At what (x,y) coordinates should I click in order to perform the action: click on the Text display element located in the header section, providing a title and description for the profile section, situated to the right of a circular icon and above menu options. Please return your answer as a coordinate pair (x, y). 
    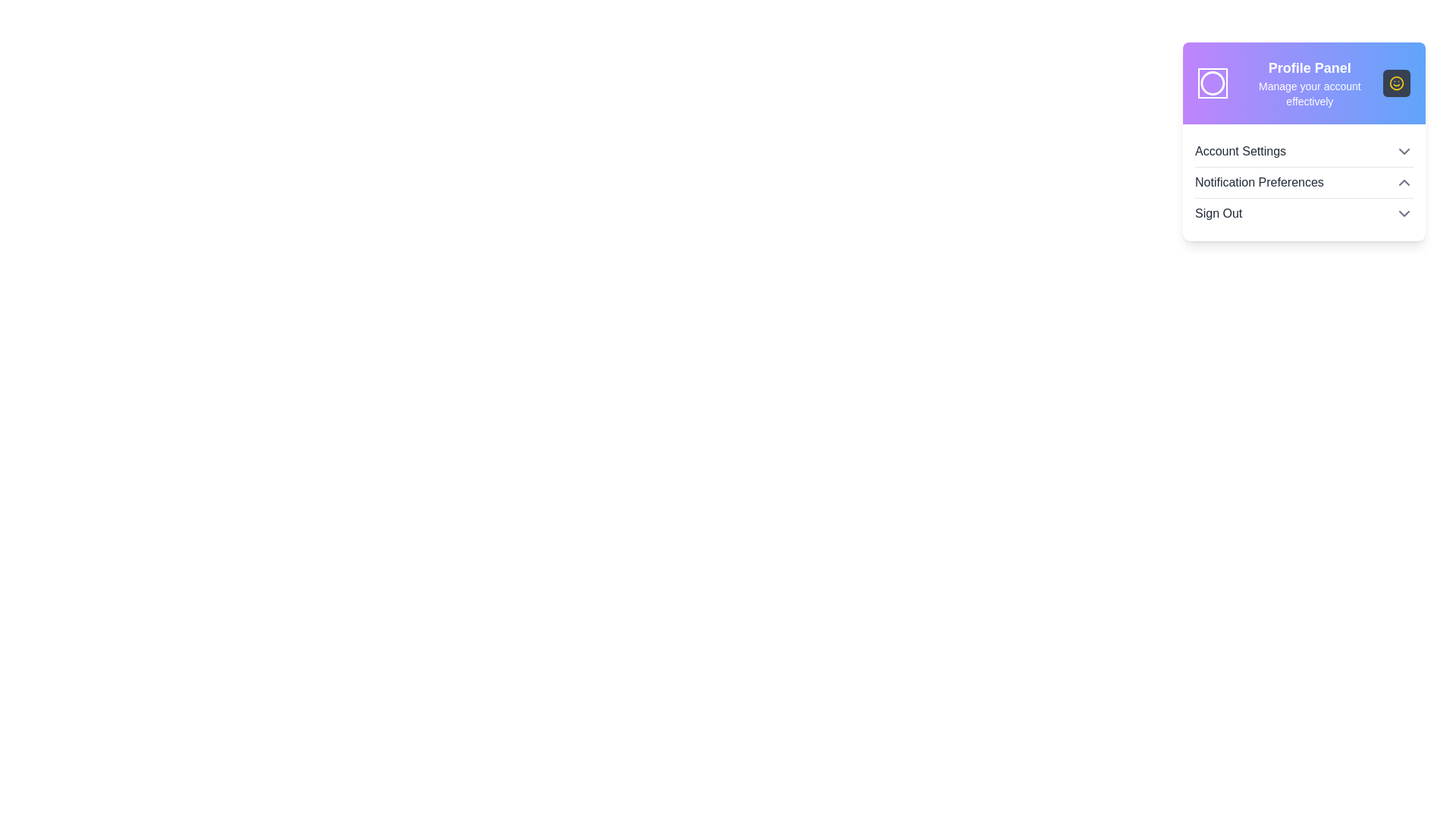
    Looking at the image, I should click on (1309, 83).